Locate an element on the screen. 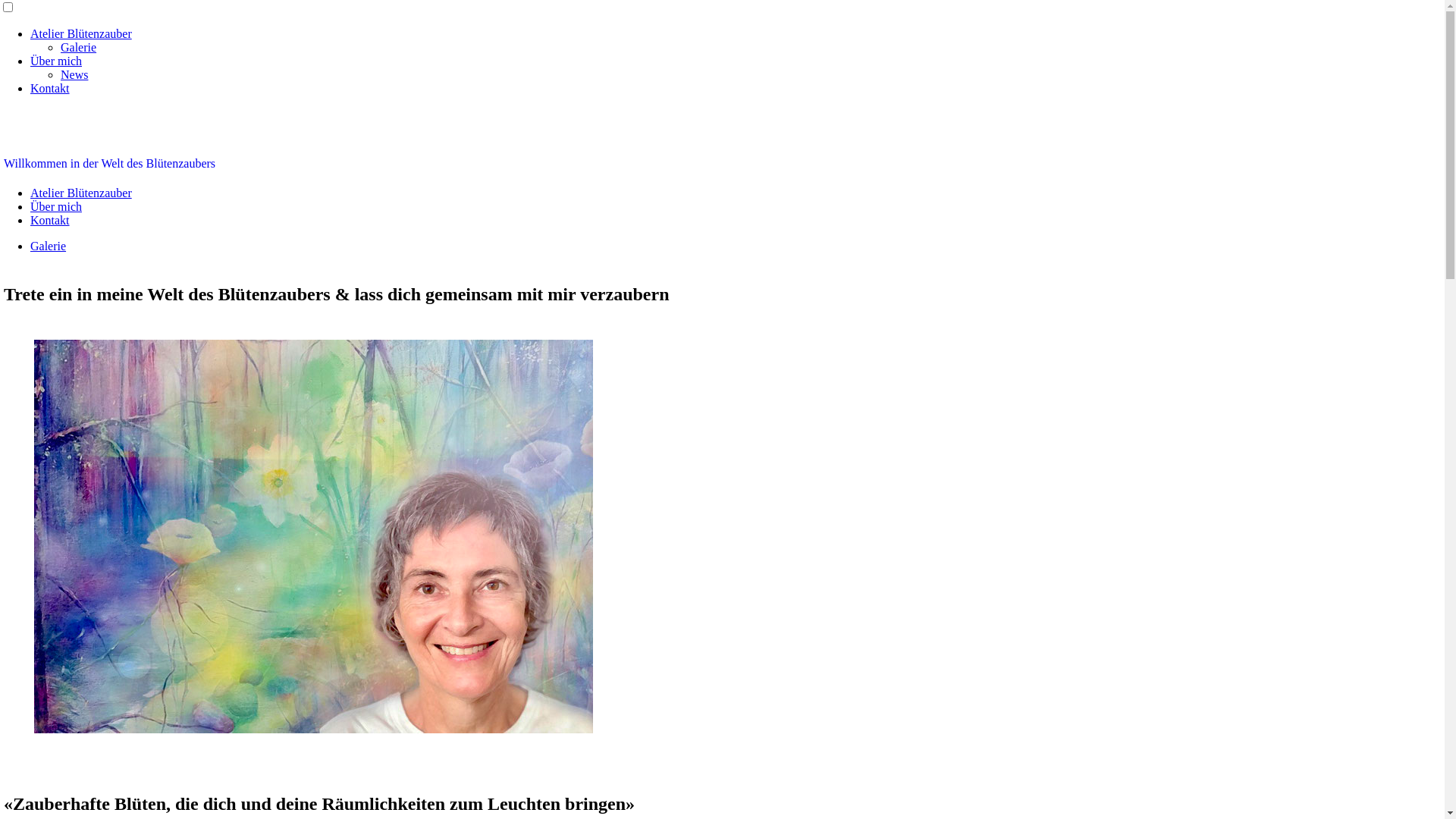 This screenshot has height=819, width=1456. 'Galerie' is located at coordinates (48, 245).